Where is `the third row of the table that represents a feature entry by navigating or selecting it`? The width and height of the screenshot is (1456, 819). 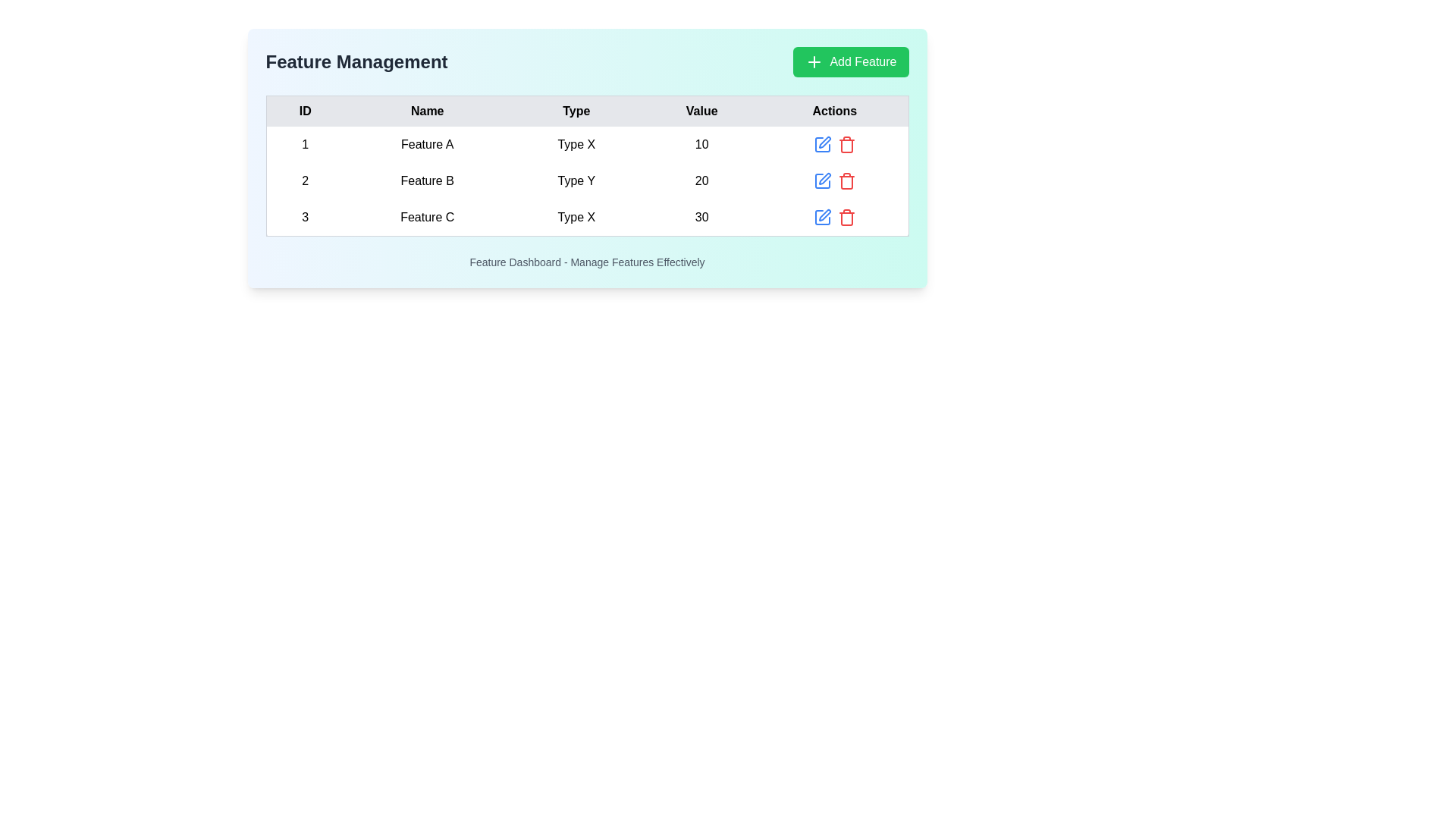 the third row of the table that represents a feature entry by navigating or selecting it is located at coordinates (586, 218).